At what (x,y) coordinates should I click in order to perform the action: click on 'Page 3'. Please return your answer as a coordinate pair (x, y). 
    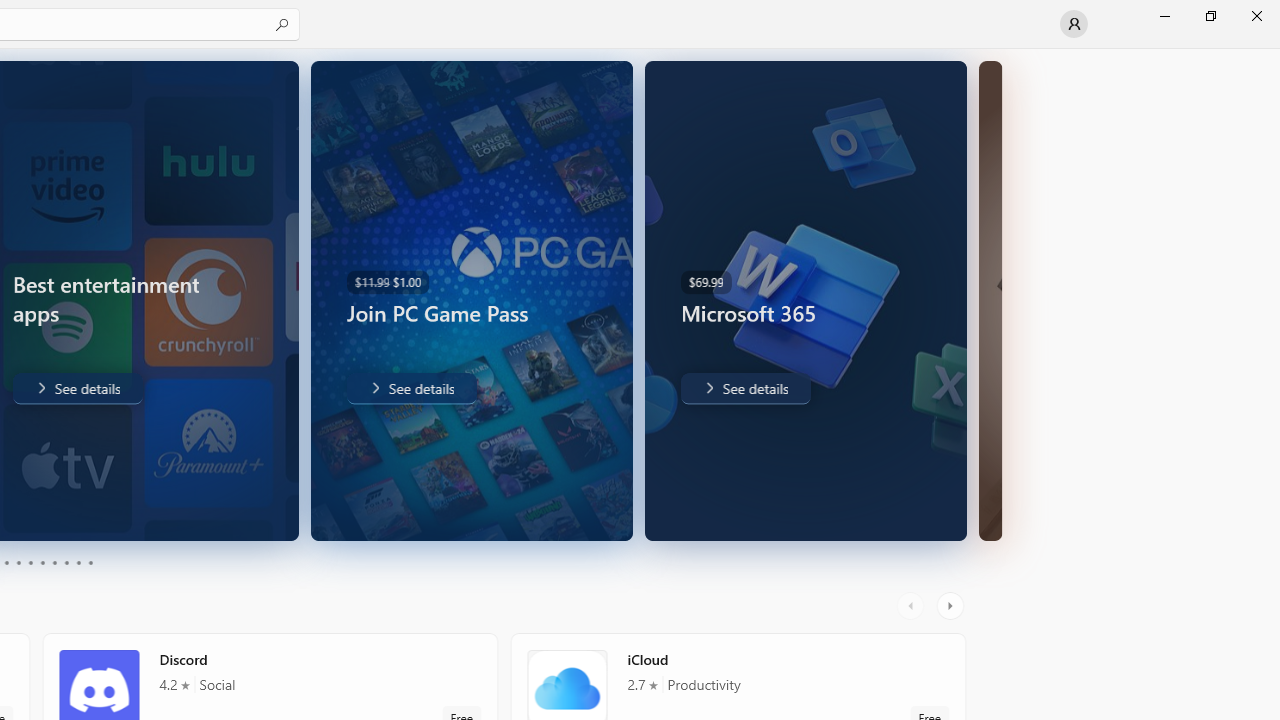
    Looking at the image, I should click on (5, 563).